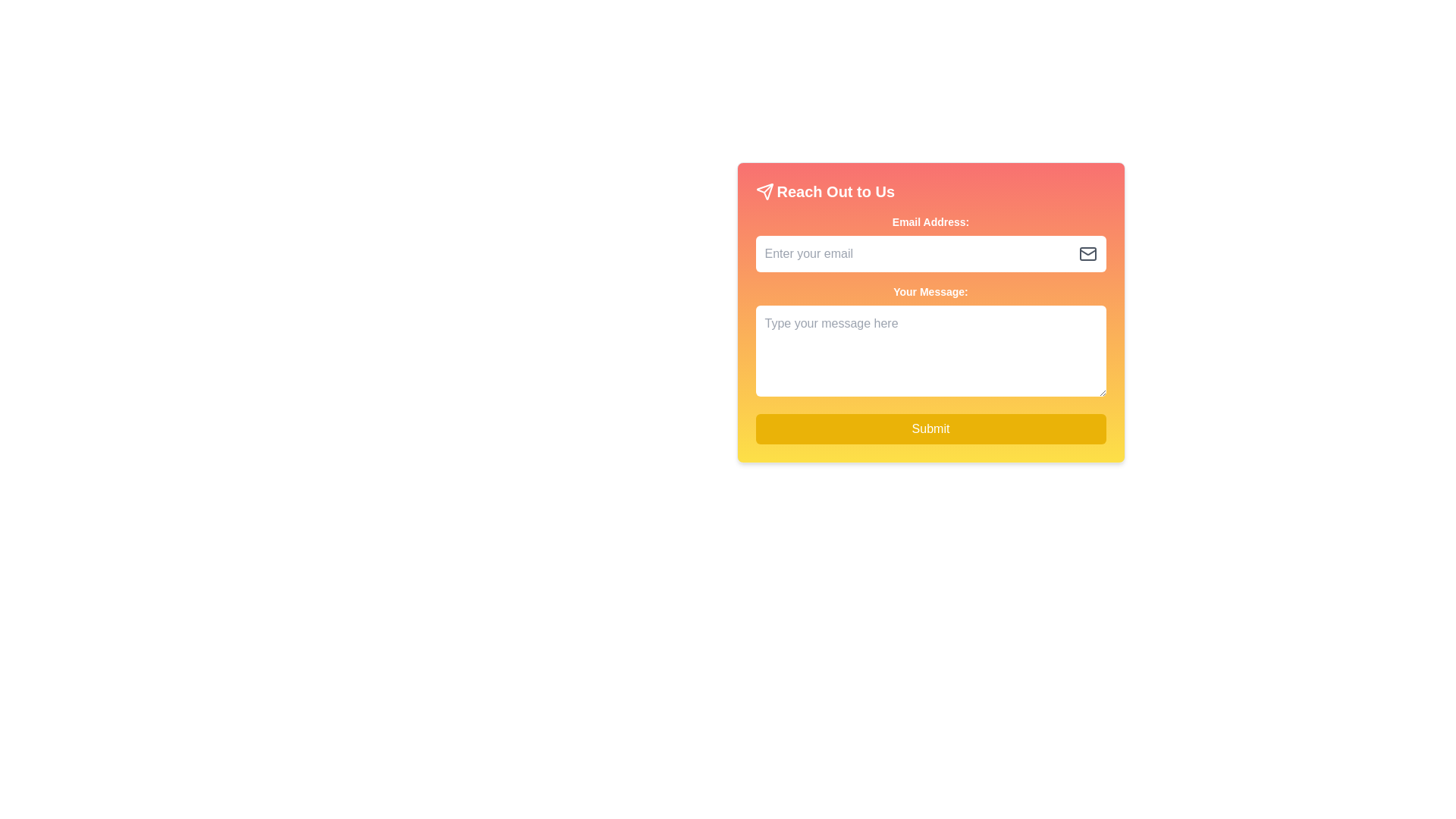 This screenshot has height=819, width=1456. I want to click on the label text reading 'Email Address:' which is styled in bold white text on a gradient orange background, positioned above the email input field, so click(930, 222).